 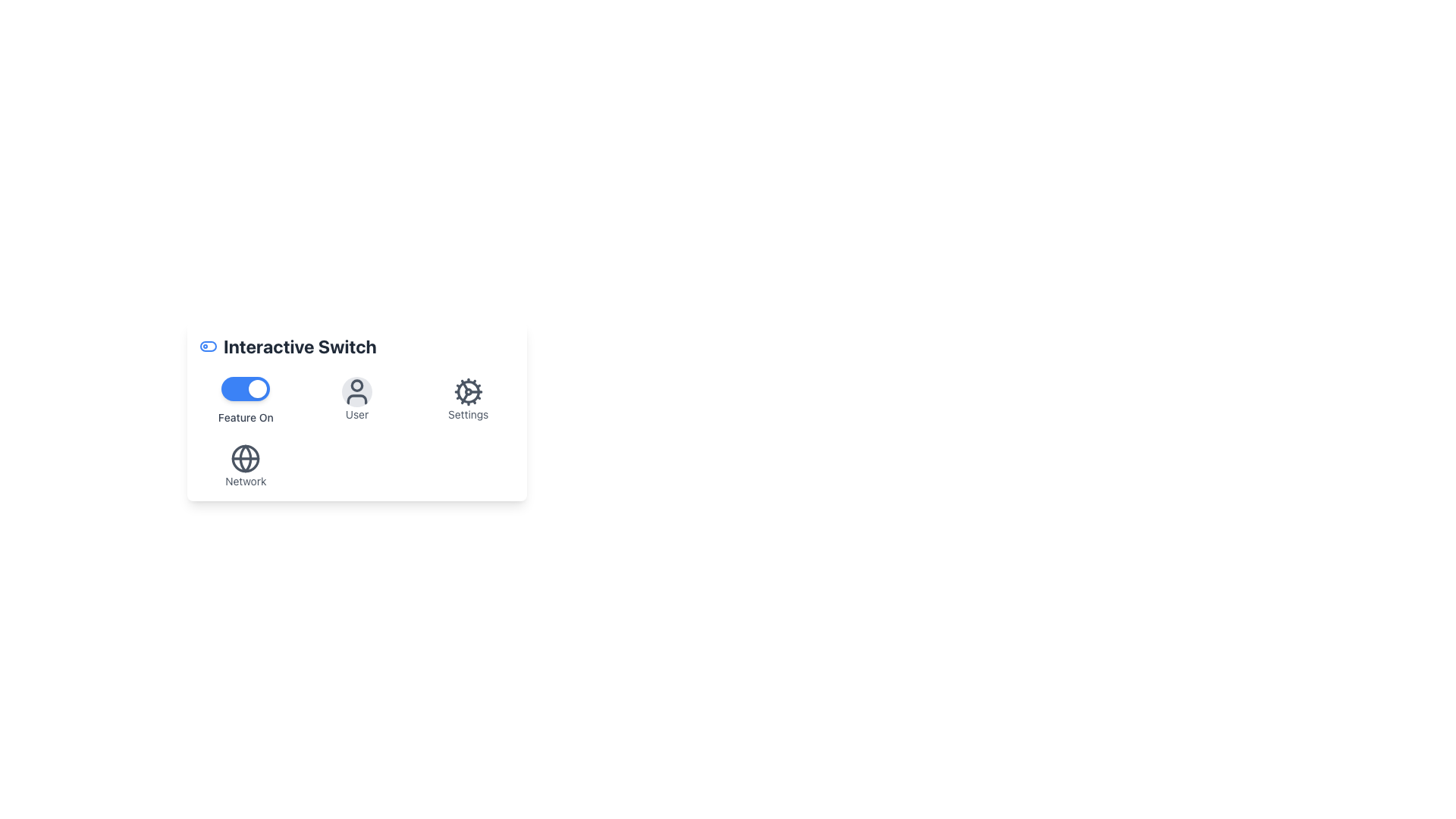 I want to click on the blue toggle switch located above the text 'Feature On' to change its state, so click(x=246, y=388).